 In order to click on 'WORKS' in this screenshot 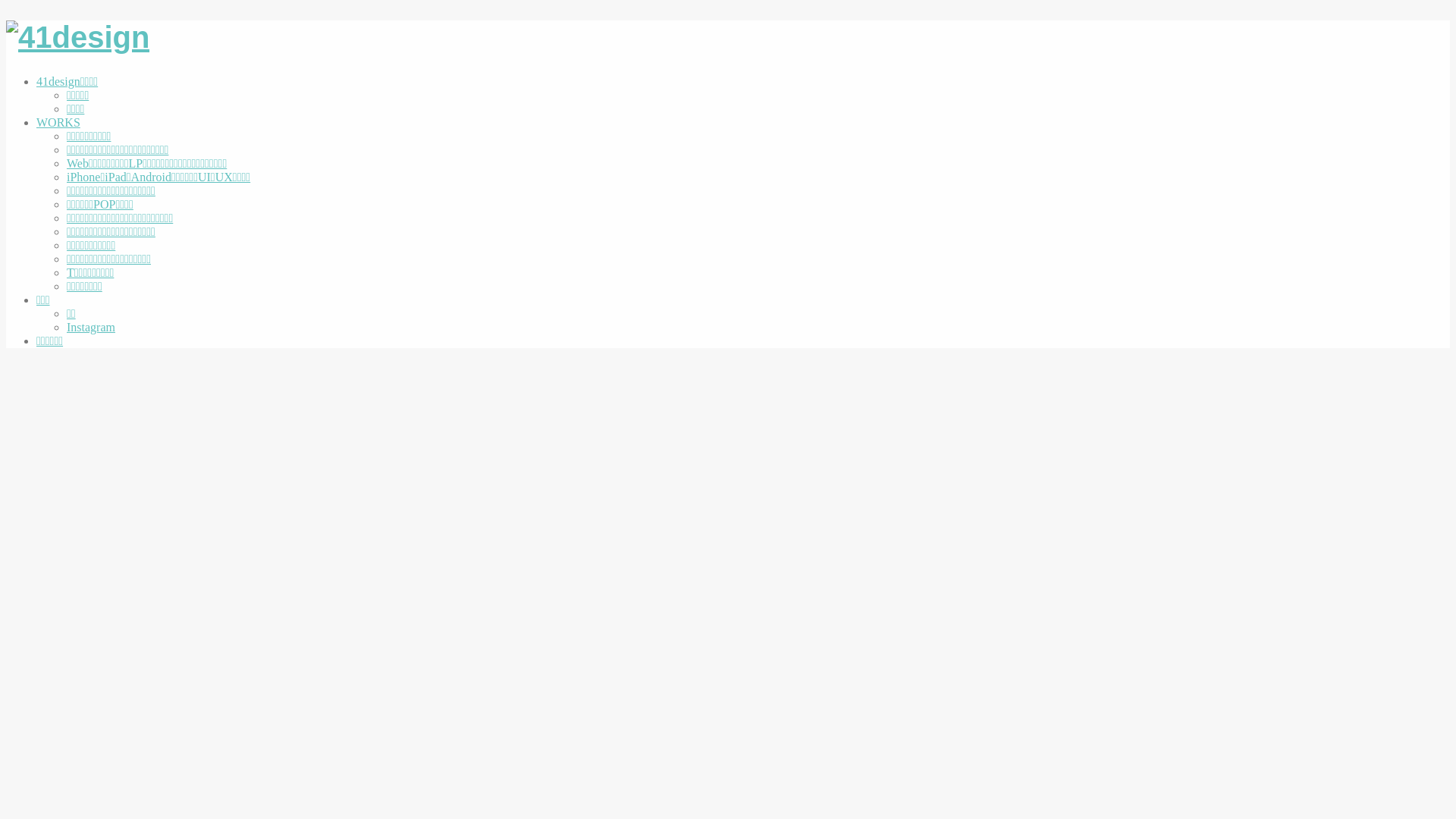, I will do `click(36, 122)`.